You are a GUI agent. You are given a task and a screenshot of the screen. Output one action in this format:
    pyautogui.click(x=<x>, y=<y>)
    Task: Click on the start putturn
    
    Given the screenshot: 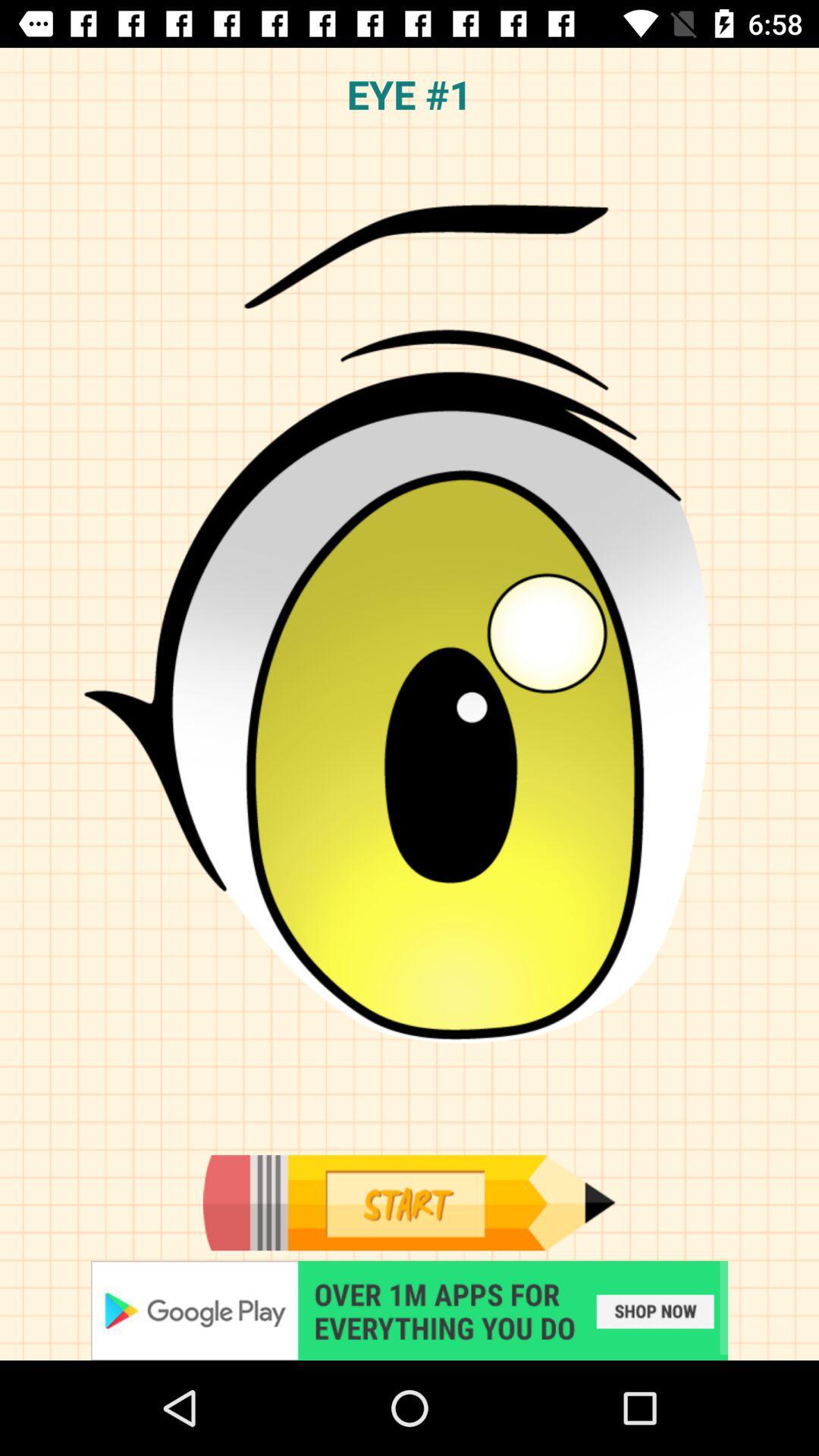 What is the action you would take?
    pyautogui.click(x=409, y=1310)
    